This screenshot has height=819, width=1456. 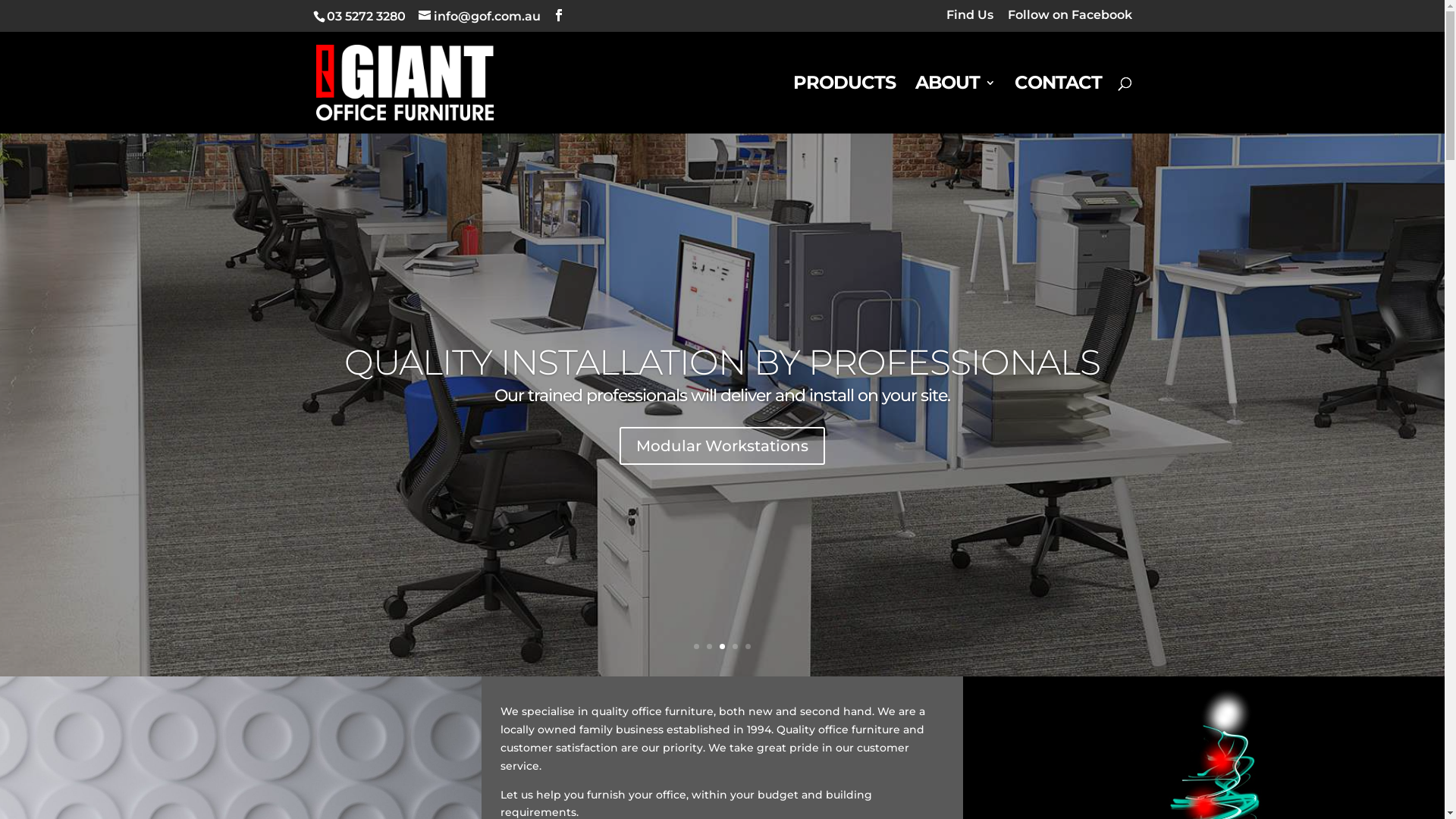 What do you see at coordinates (946, 20) in the screenshot?
I see `'Find Us'` at bounding box center [946, 20].